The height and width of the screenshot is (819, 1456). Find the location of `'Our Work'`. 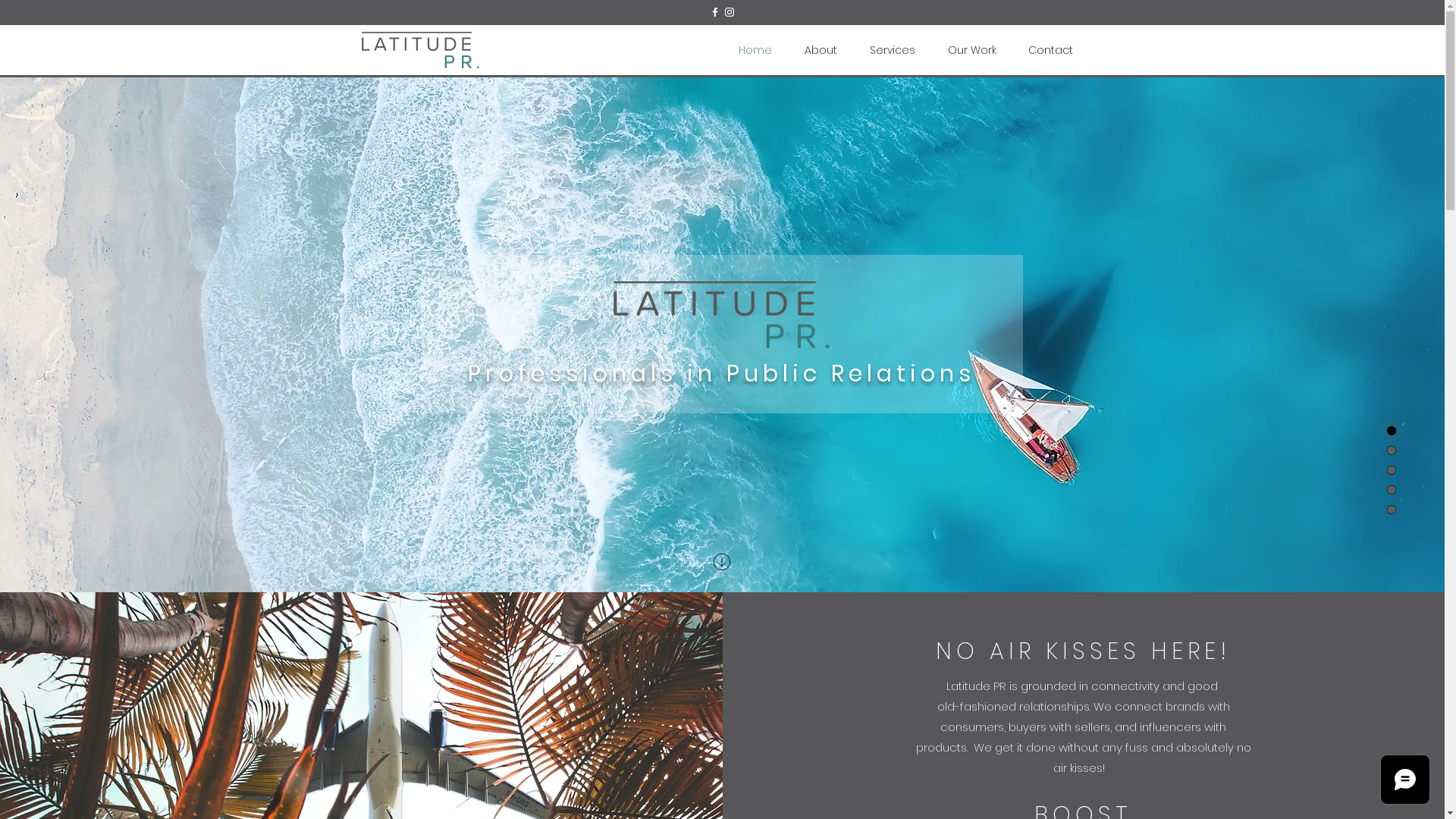

'Our Work' is located at coordinates (930, 49).